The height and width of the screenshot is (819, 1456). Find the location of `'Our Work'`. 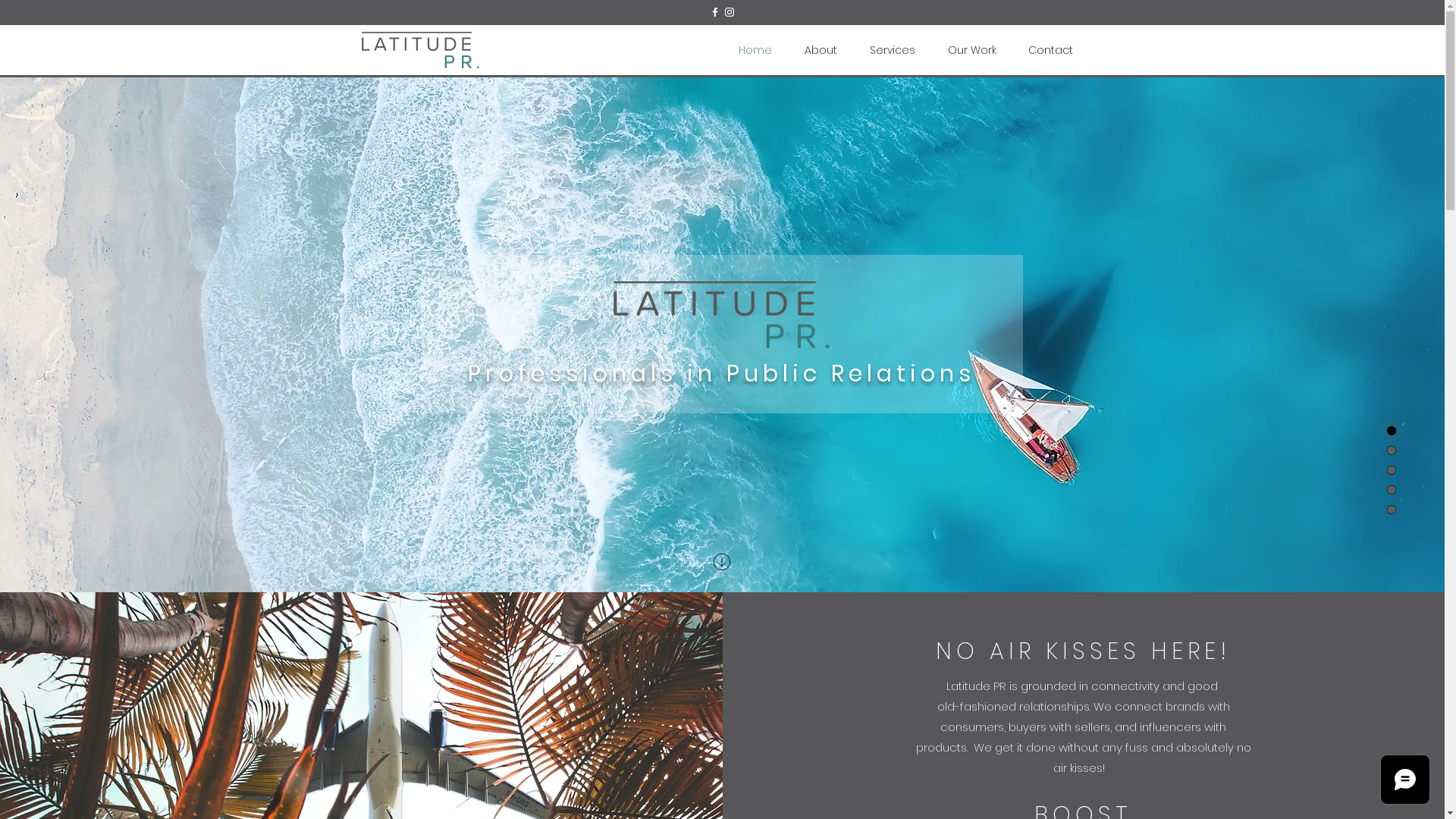

'Our Work' is located at coordinates (930, 49).